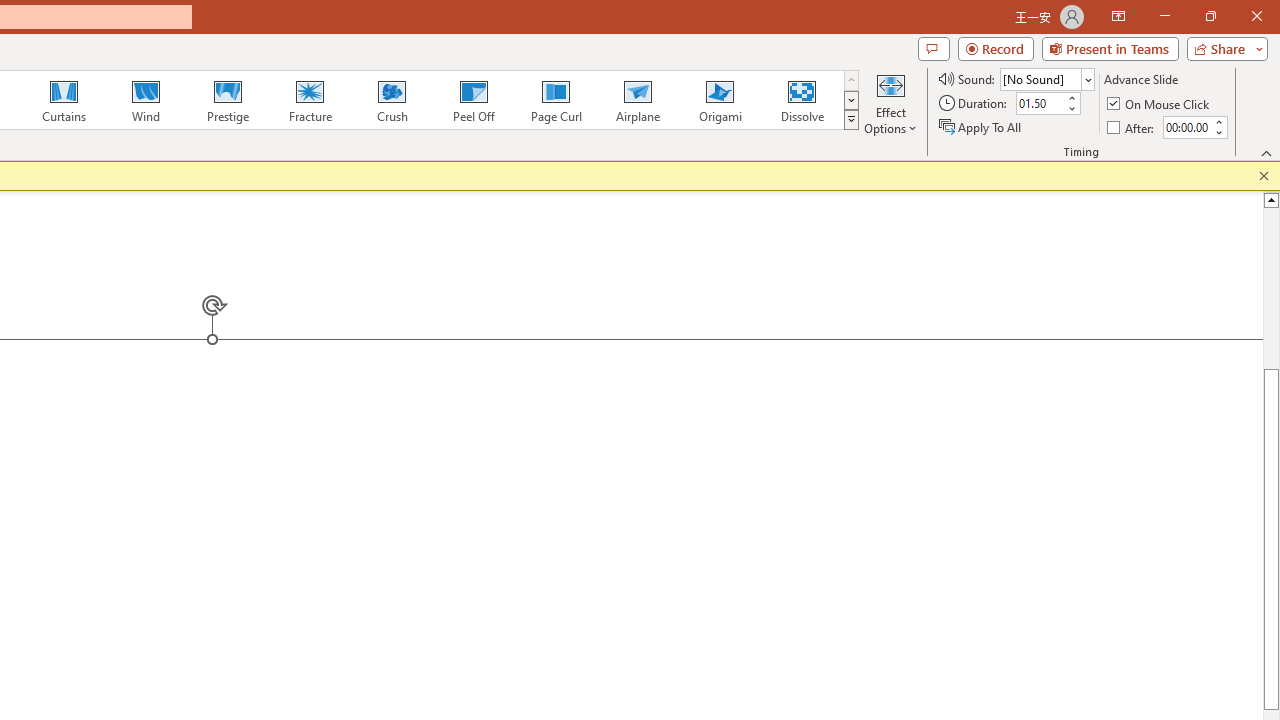 This screenshot has height=720, width=1280. I want to click on 'Heading 2', so click(429, 159).